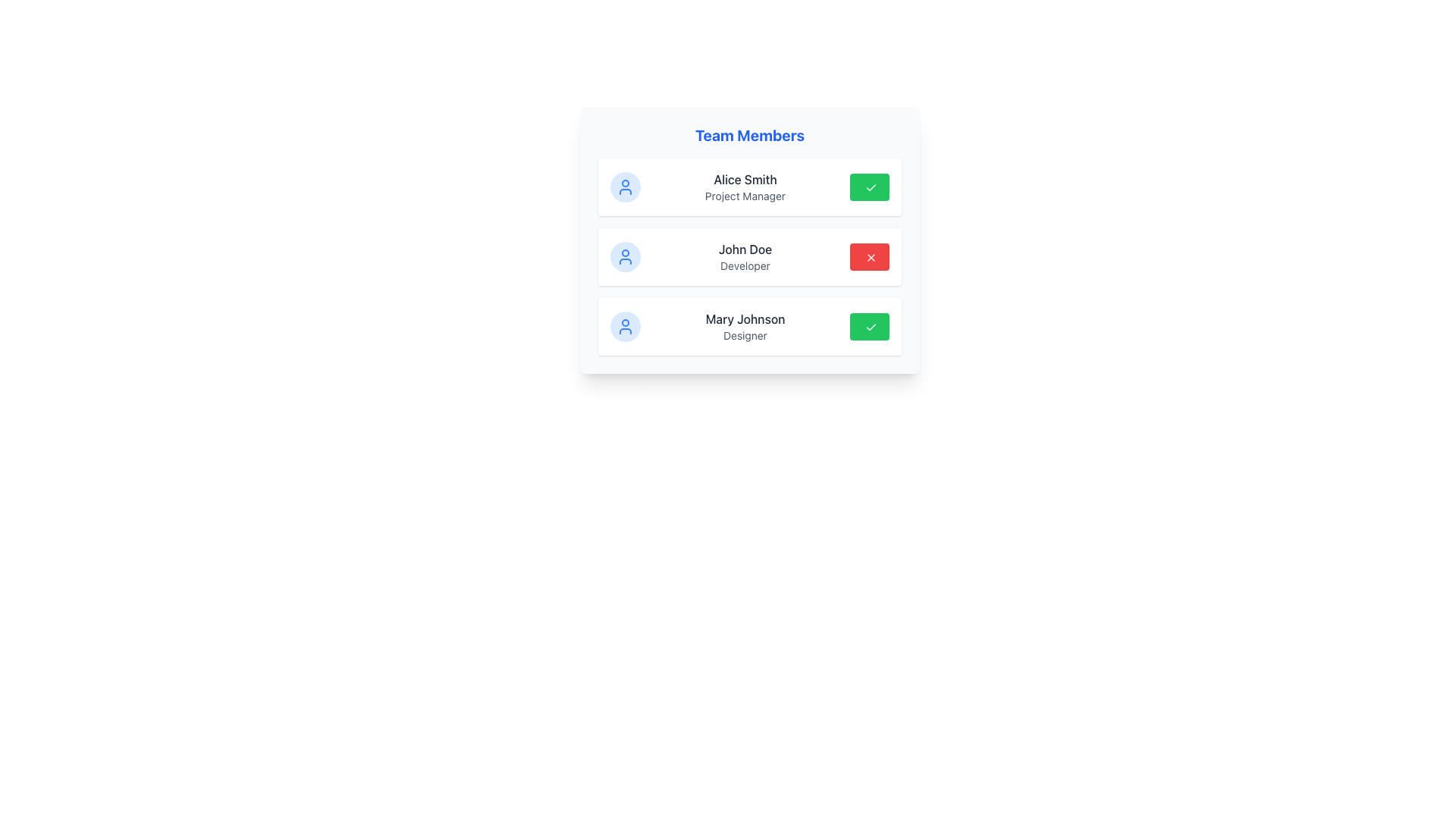 The height and width of the screenshot is (819, 1456). What do you see at coordinates (745, 326) in the screenshot?
I see `the text display element for the team member's role and name, located below 'John Doe (Developer)'` at bounding box center [745, 326].